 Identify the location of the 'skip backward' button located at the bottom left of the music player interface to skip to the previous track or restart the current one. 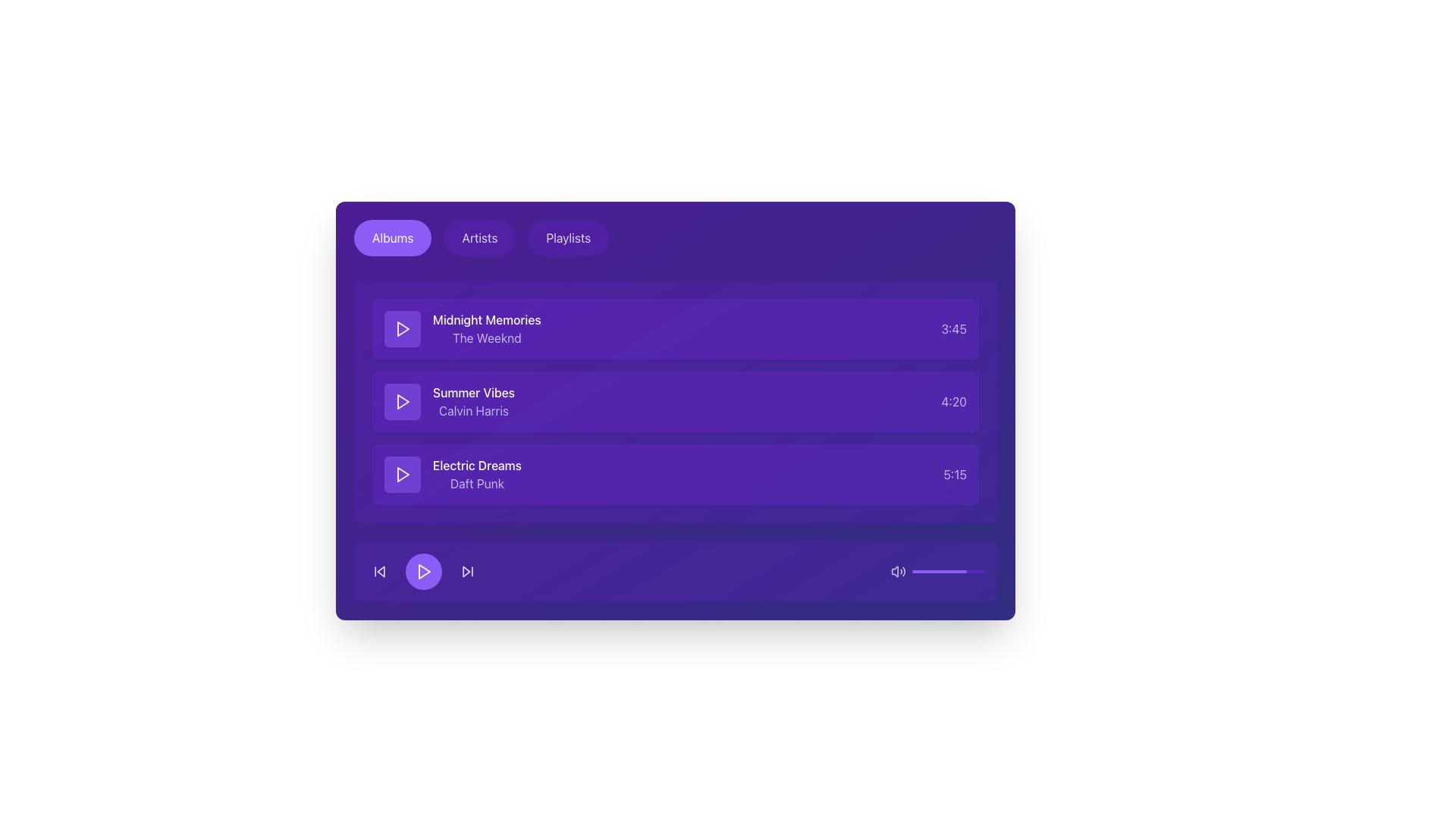
(379, 571).